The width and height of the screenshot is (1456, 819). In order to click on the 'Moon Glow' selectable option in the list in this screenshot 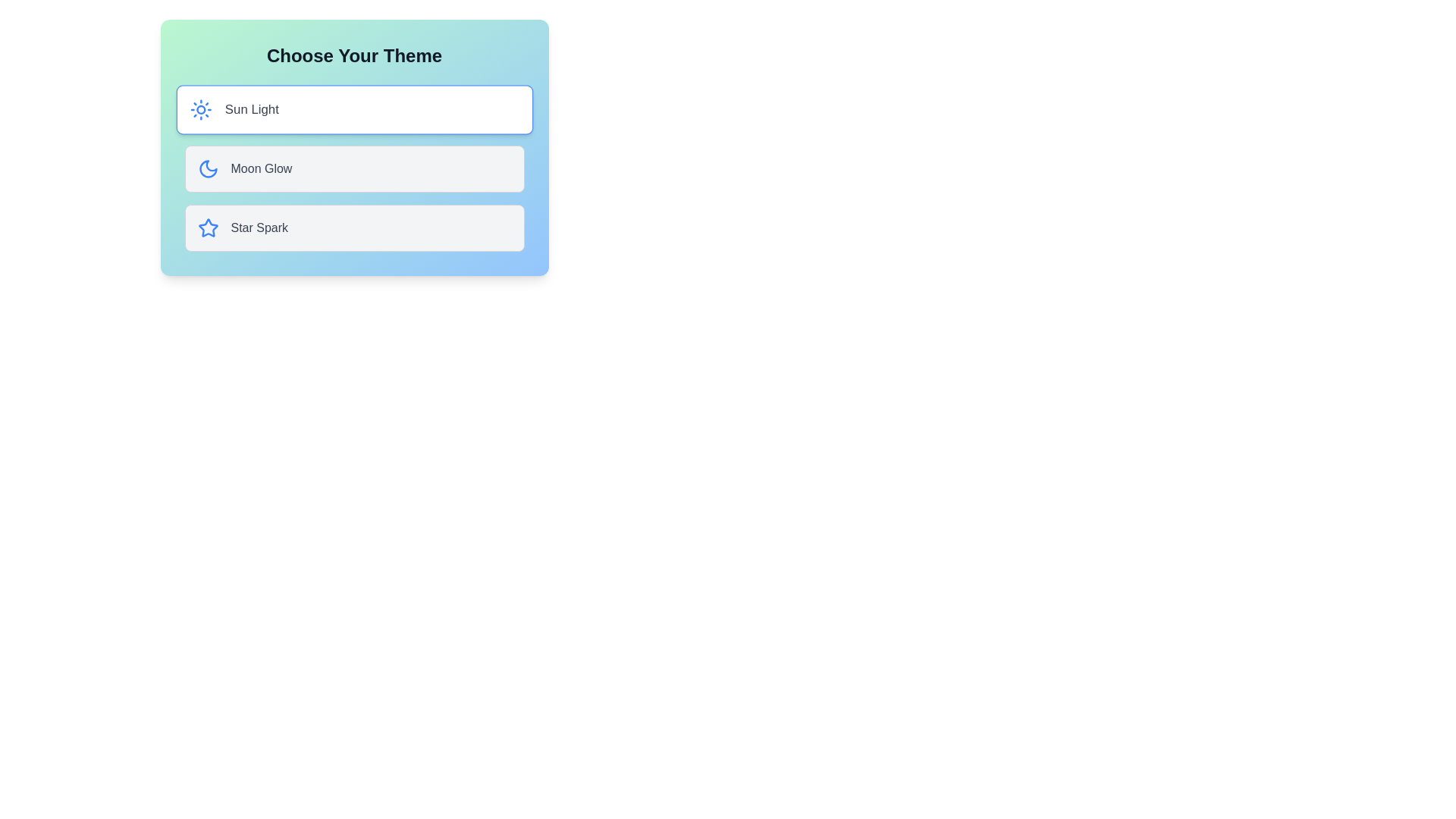, I will do `click(353, 169)`.